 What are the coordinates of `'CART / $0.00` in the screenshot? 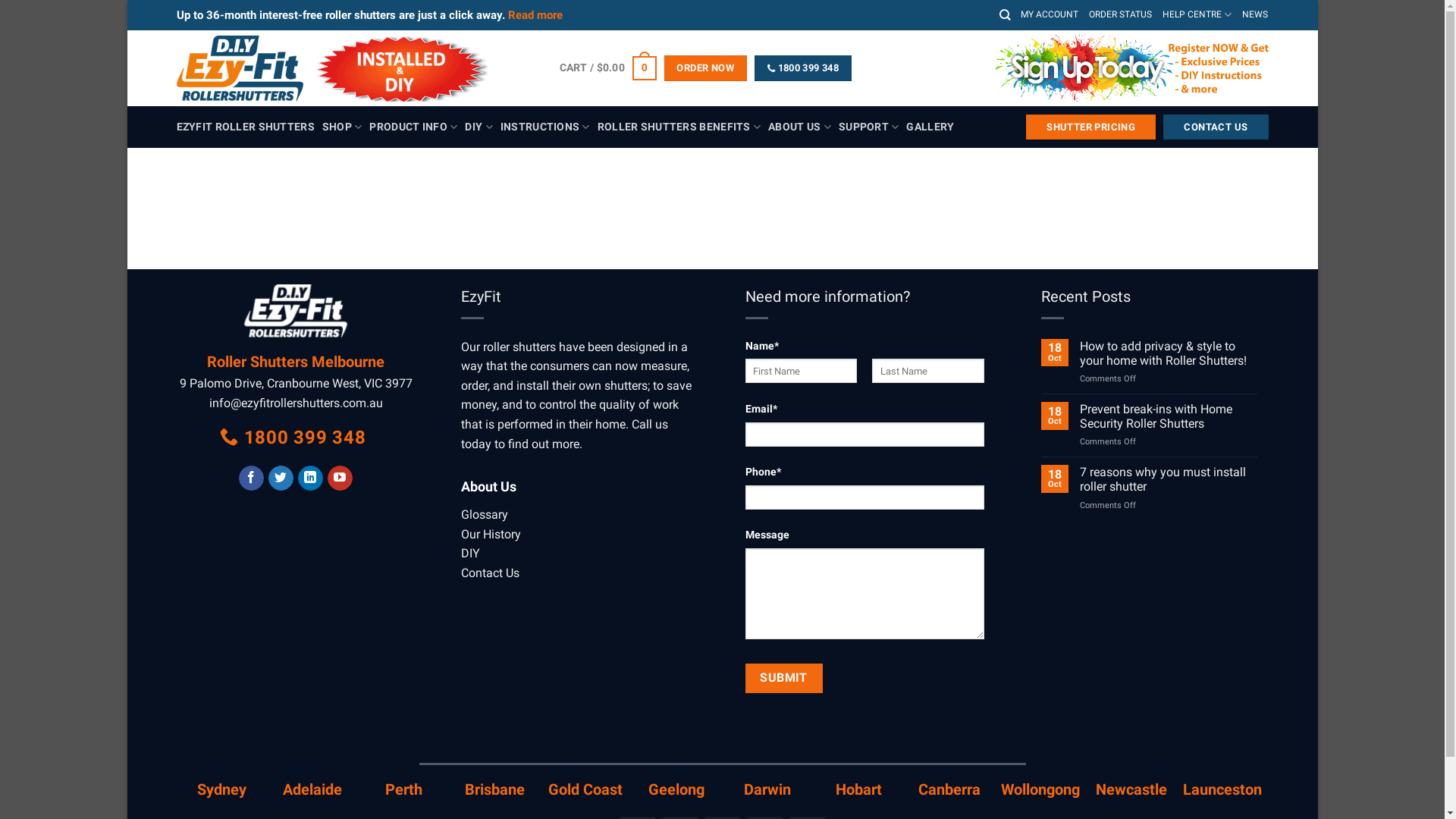 It's located at (559, 67).